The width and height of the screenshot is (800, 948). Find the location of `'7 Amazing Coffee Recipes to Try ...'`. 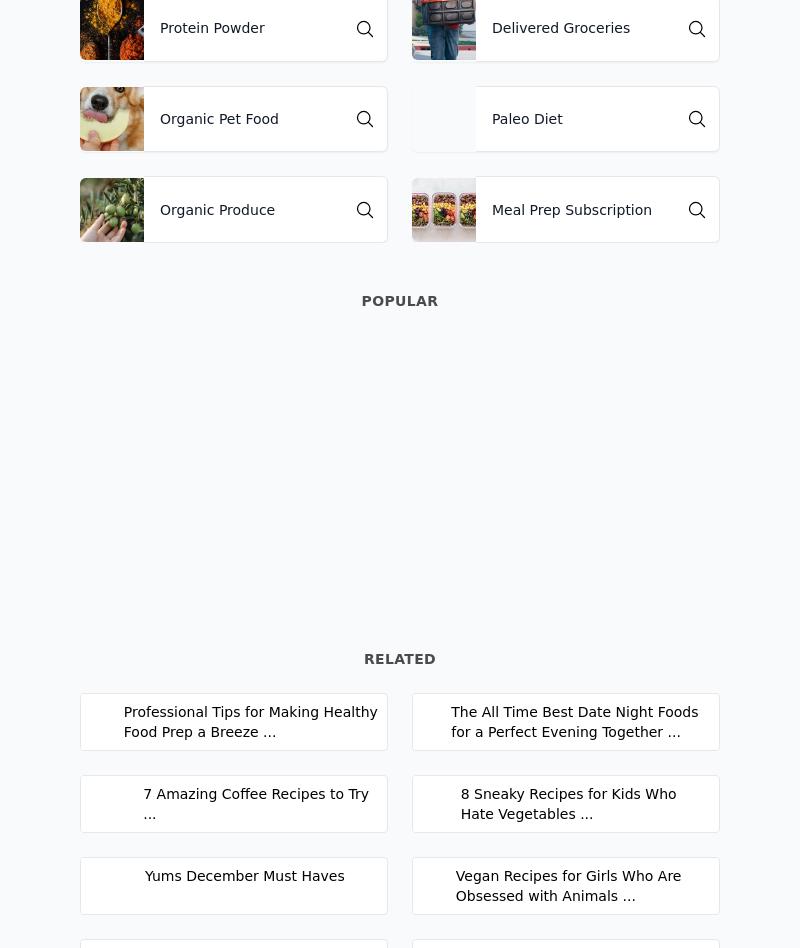

'7 Amazing Coffee Recipes to Try ...' is located at coordinates (255, 802).